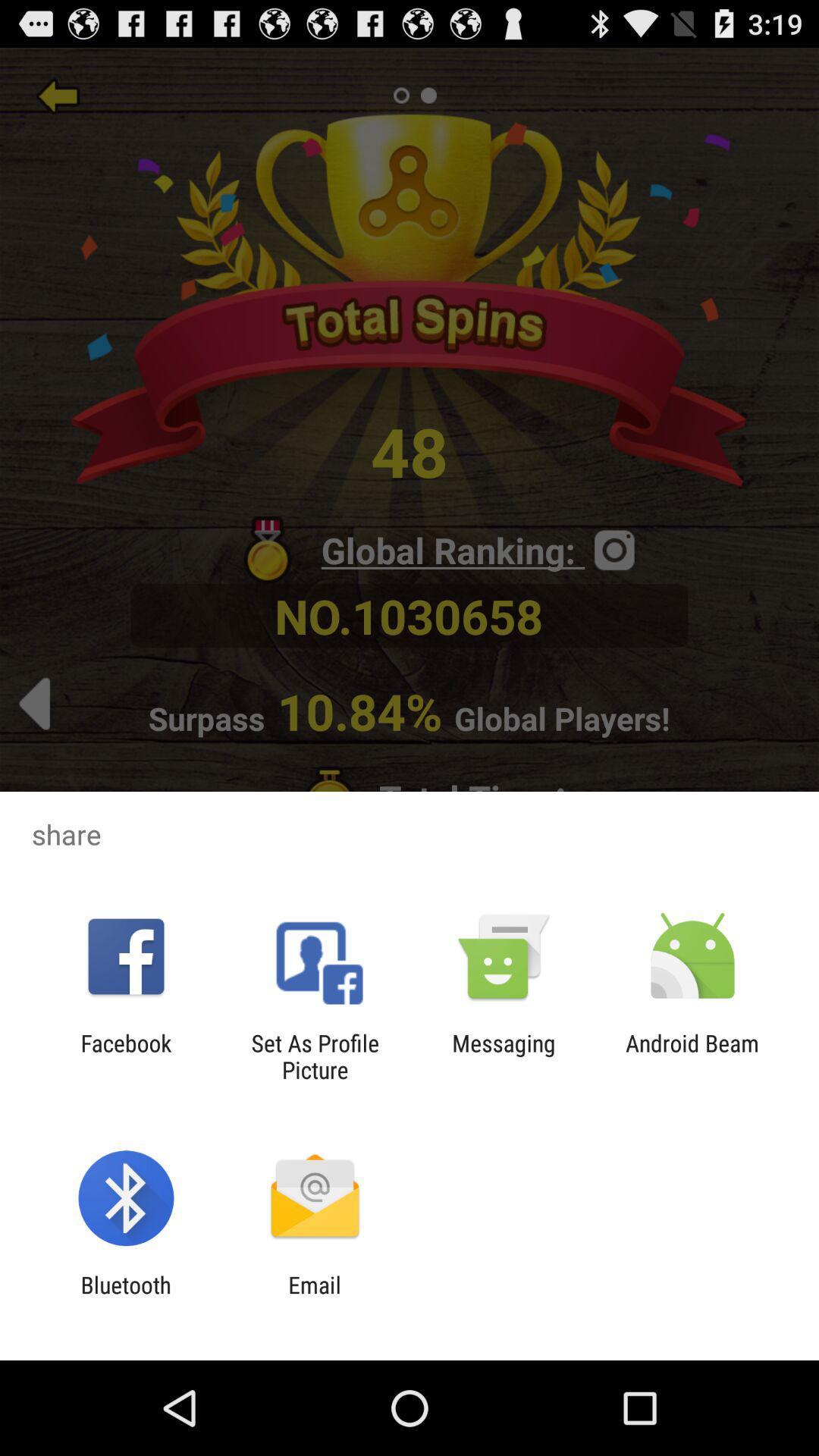 This screenshot has height=1456, width=819. What do you see at coordinates (504, 1056) in the screenshot?
I see `the messaging` at bounding box center [504, 1056].